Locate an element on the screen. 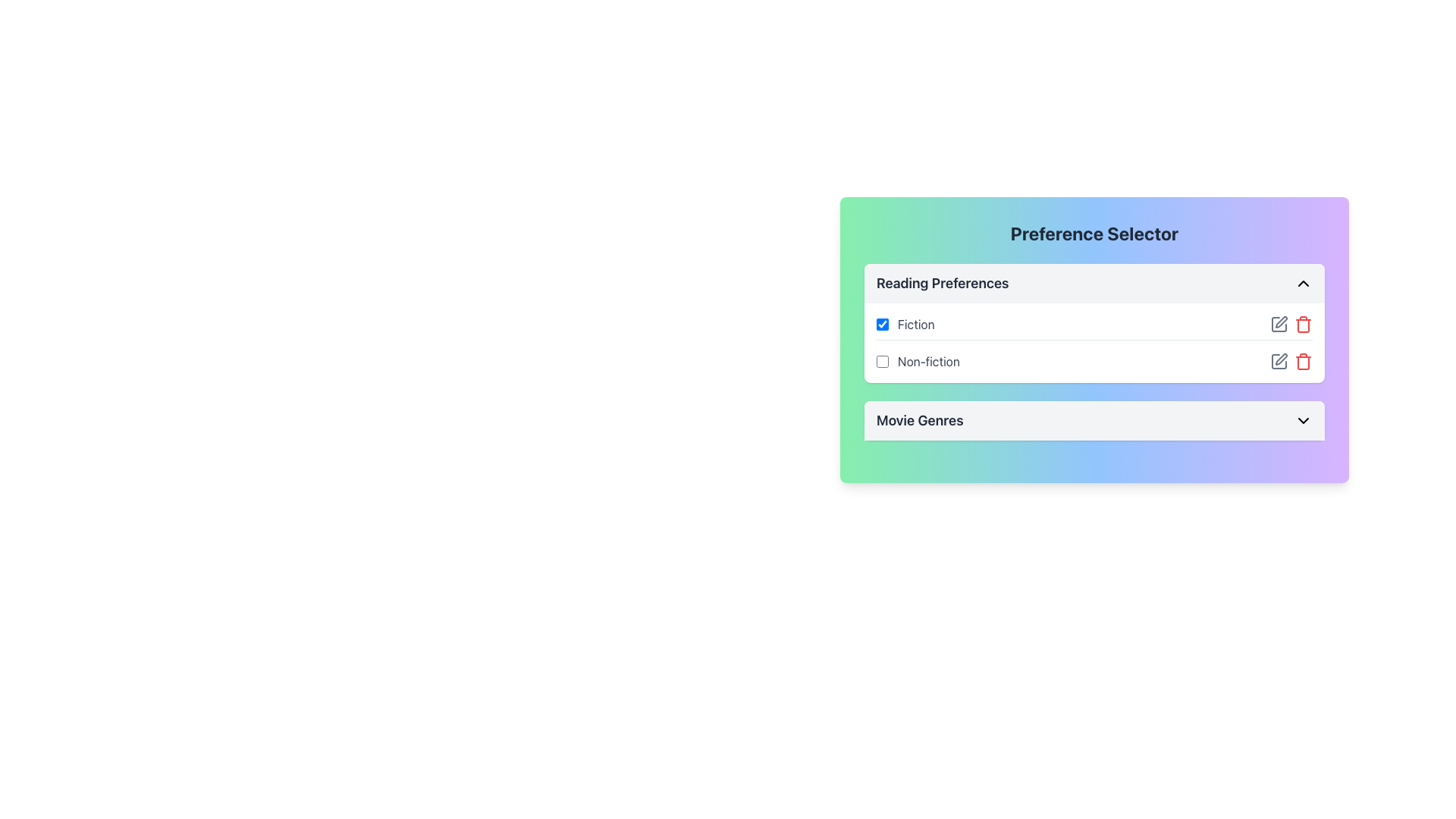 The width and height of the screenshot is (1456, 819). the text label reading 'Non-fiction' styled in gray, located in the 'Reading Preferences' section, beside the checkbox is located at coordinates (927, 362).